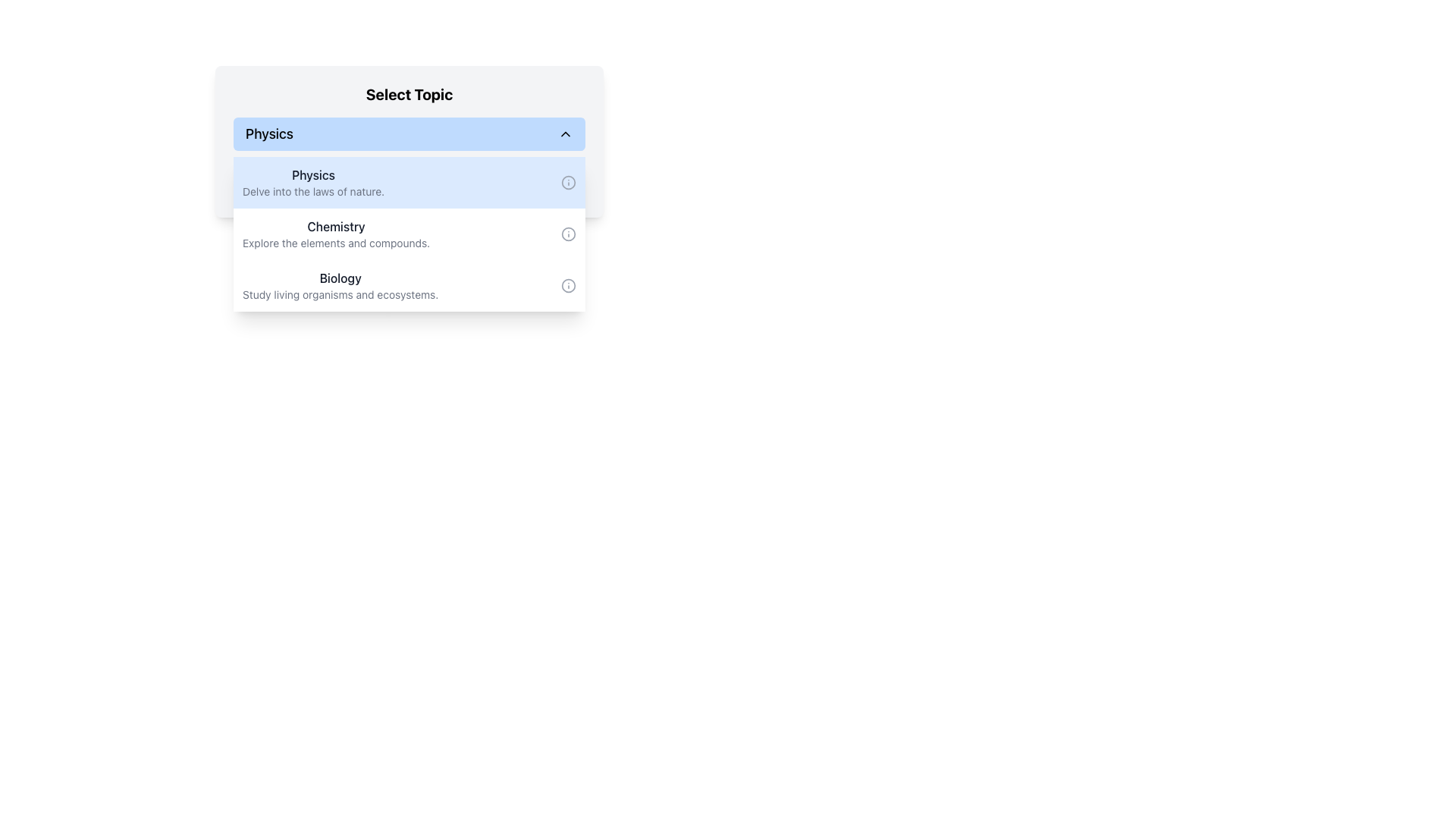  I want to click on the circular icon with a thin border and a centered dot symbol located to the far-right of the 'Chemistry' topic row, adjacent to the text 'Explore the elements and compounds.', so click(567, 234).